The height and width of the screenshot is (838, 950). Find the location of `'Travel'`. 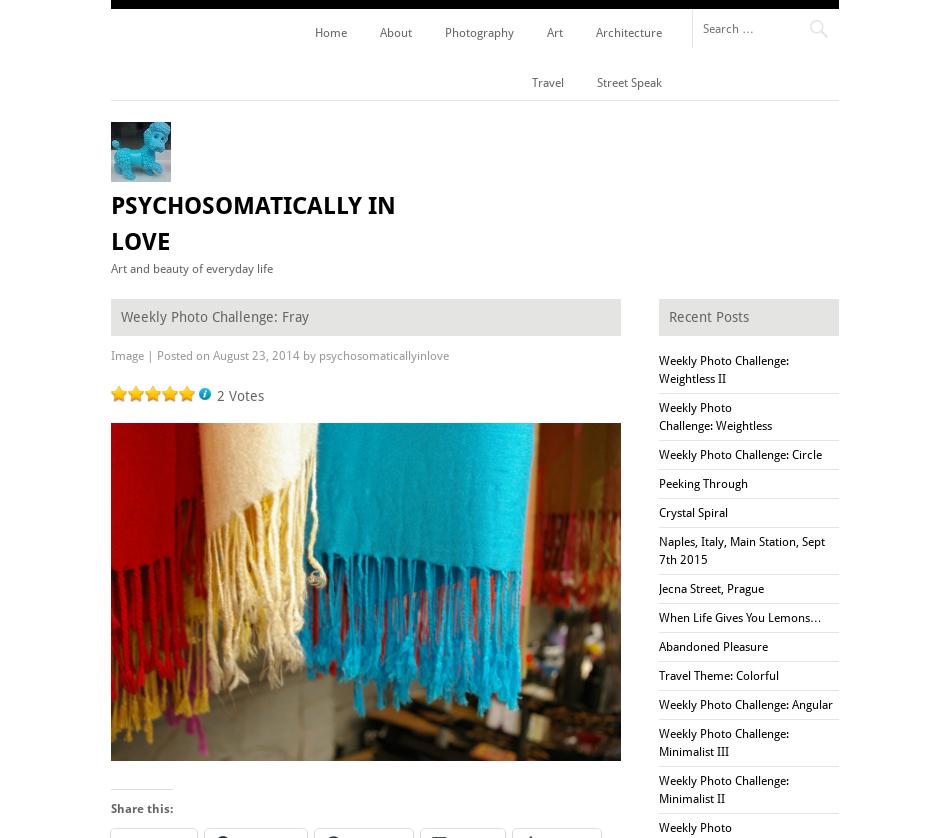

'Travel' is located at coordinates (547, 82).